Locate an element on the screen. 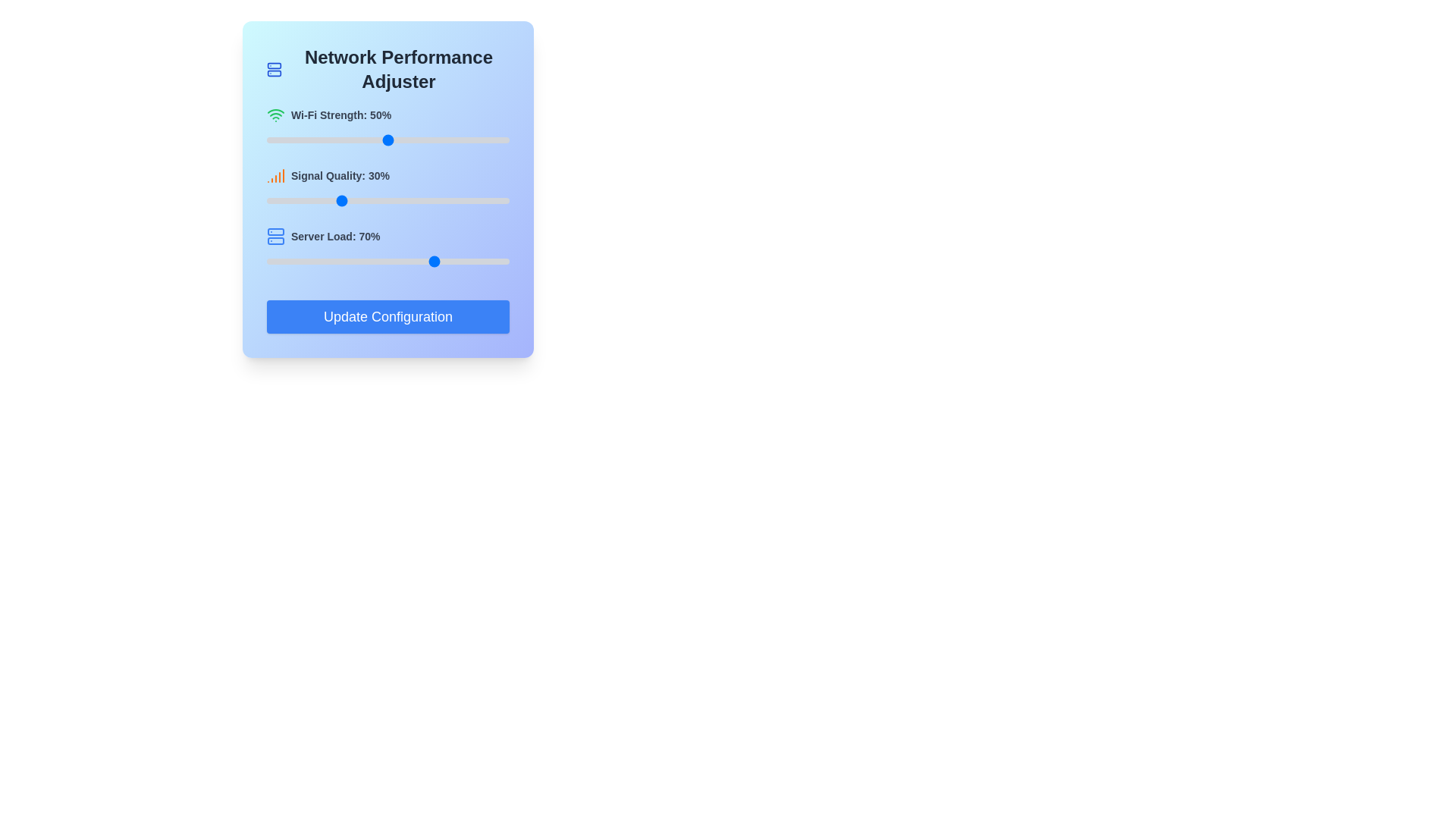  the server load slider is located at coordinates (305, 260).